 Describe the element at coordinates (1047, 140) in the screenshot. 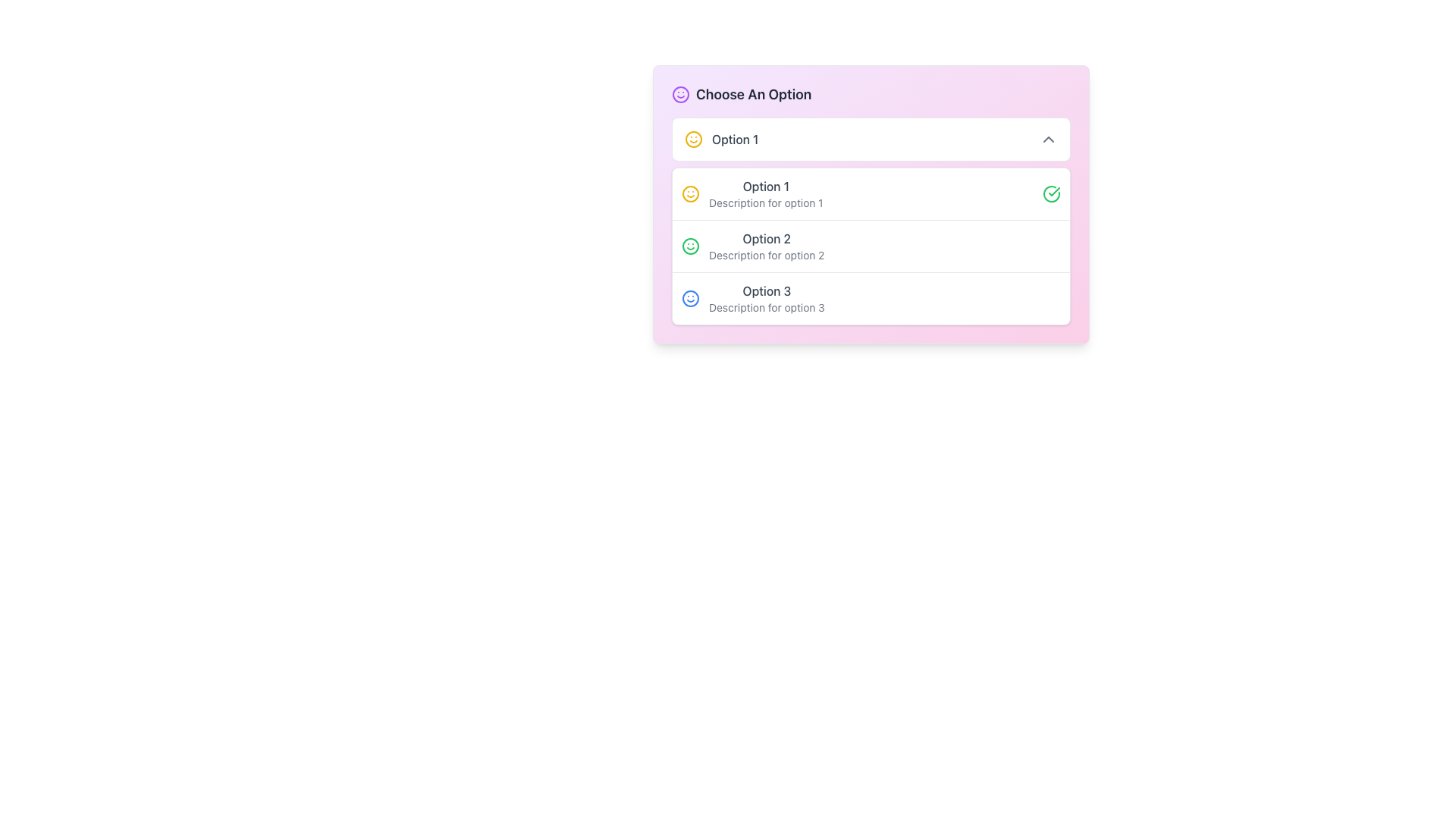

I see `the downward-facing chevron icon located in the top-right corner of the dropdown header displaying 'Option 1'` at that location.